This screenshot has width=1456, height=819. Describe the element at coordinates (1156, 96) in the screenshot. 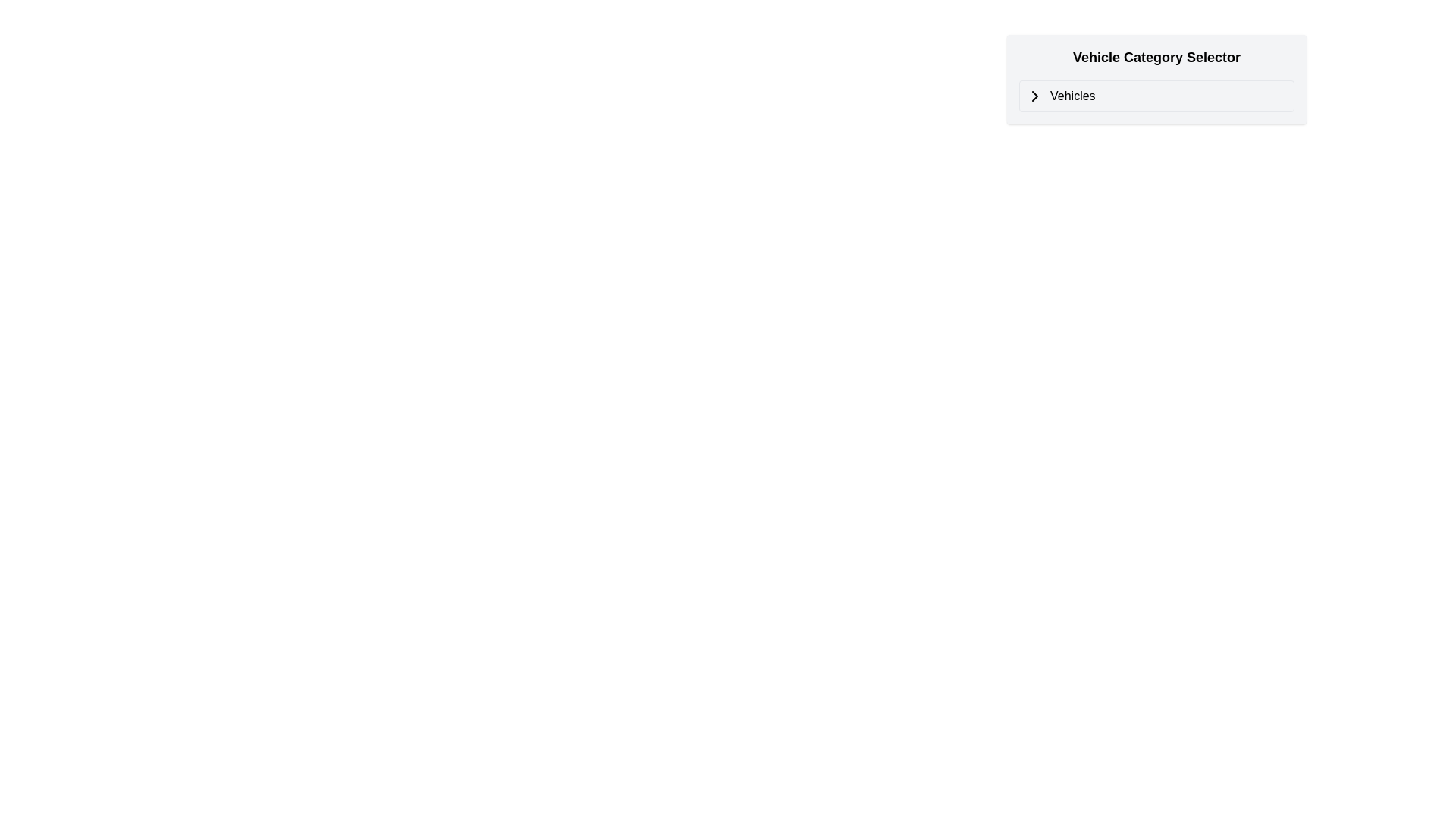

I see `the navigation link in the 'Vehicle Category Selector' section to interact or navigate` at that location.